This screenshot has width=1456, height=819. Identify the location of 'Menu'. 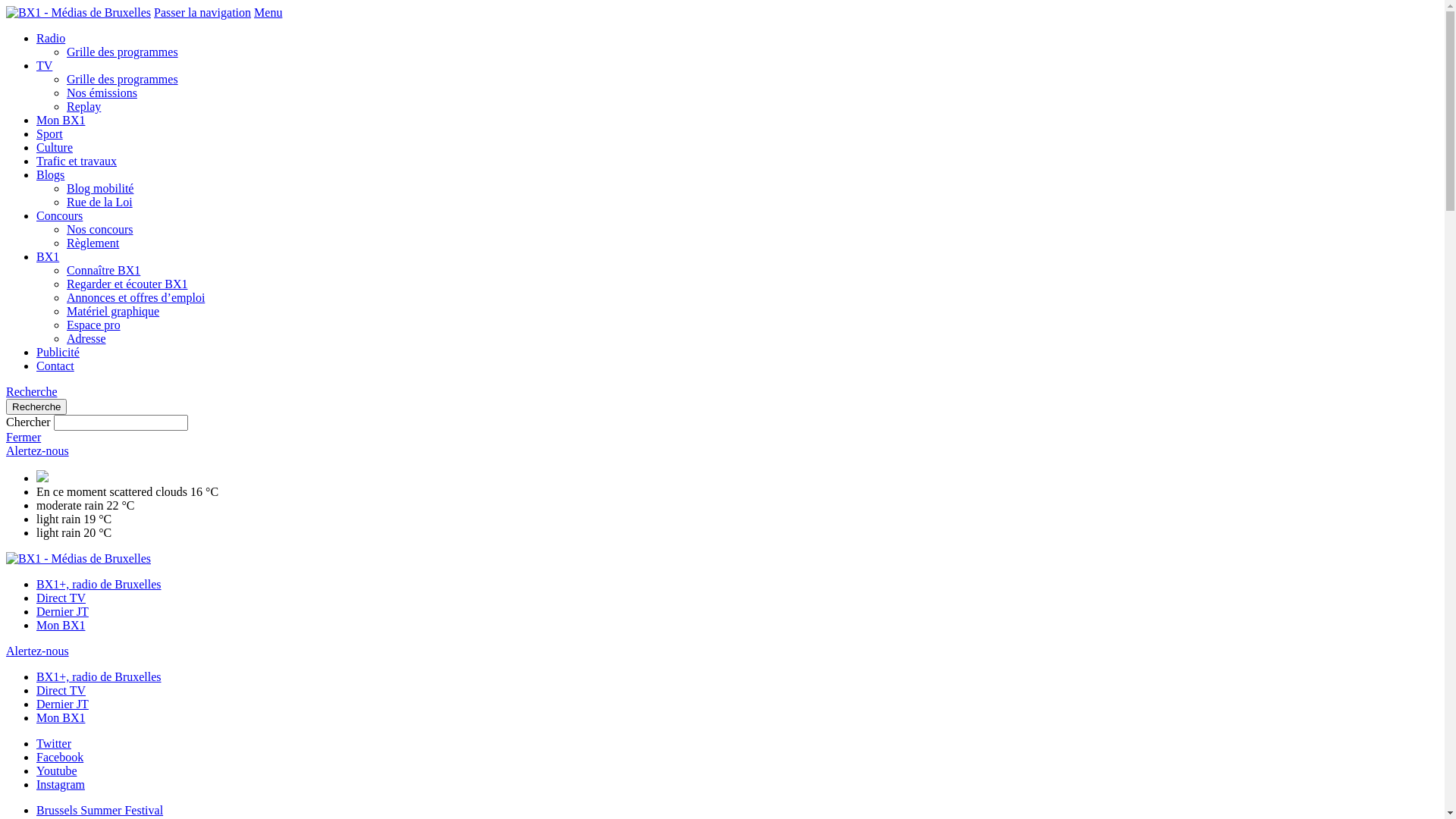
(268, 12).